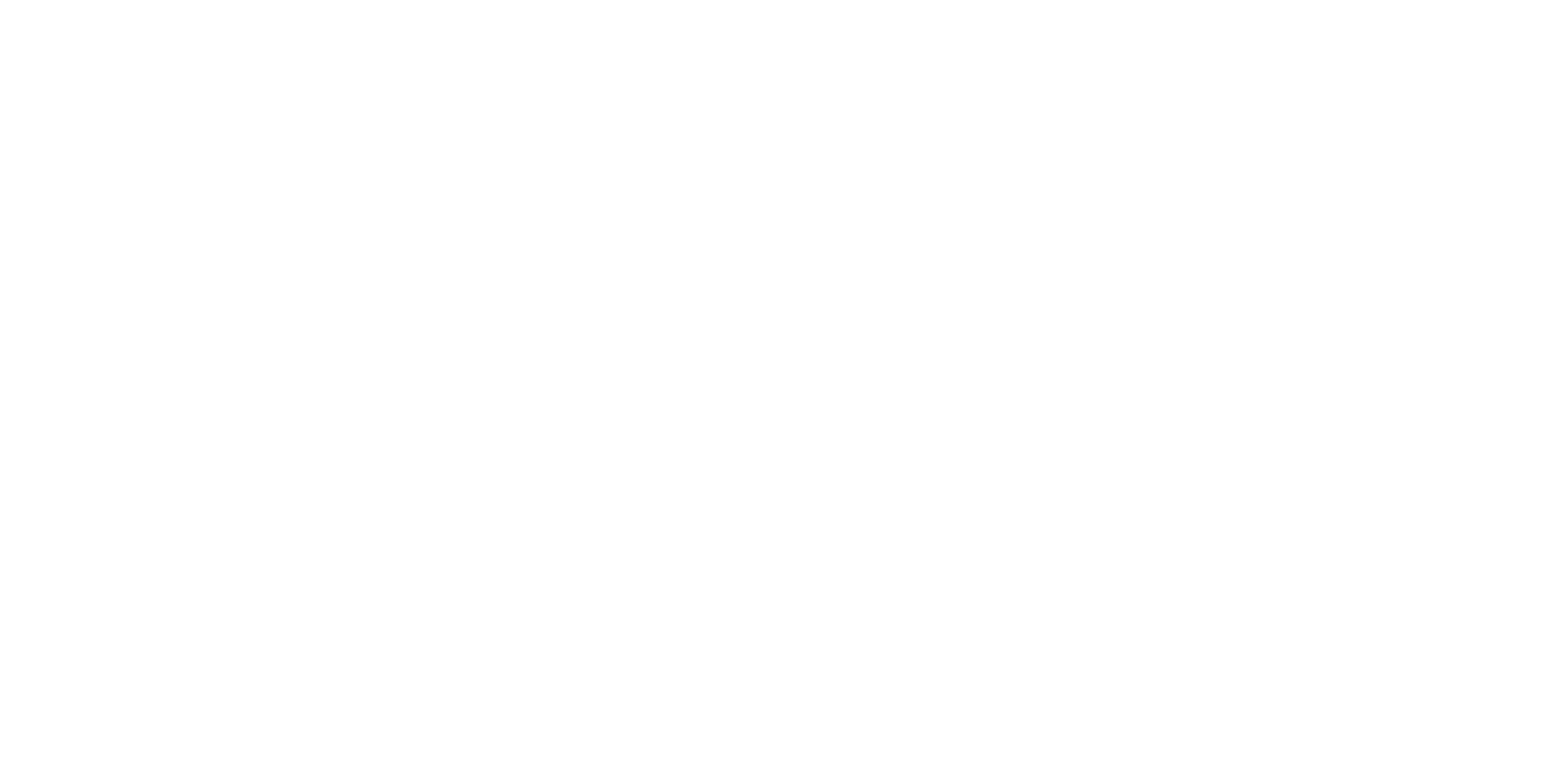 Image resolution: width=1547 pixels, height=784 pixels. What do you see at coordinates (1045, 605) in the screenshot?
I see `'Subscribe'` at bounding box center [1045, 605].